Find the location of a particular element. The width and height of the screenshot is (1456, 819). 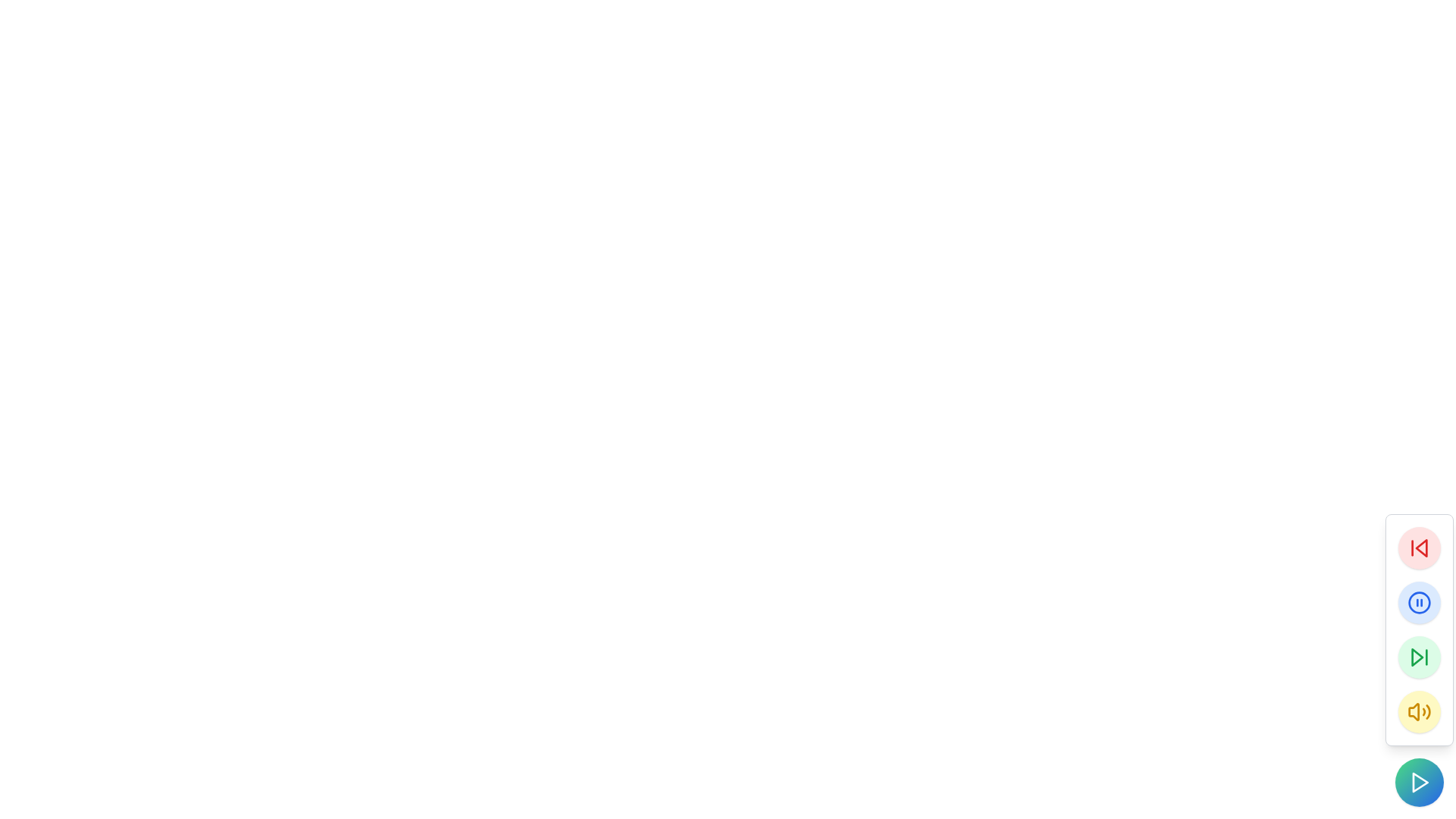

the volume control icon, which resembles a speaker cone and sound waves, located in the bottom-right corner of the interface is located at coordinates (1413, 711).